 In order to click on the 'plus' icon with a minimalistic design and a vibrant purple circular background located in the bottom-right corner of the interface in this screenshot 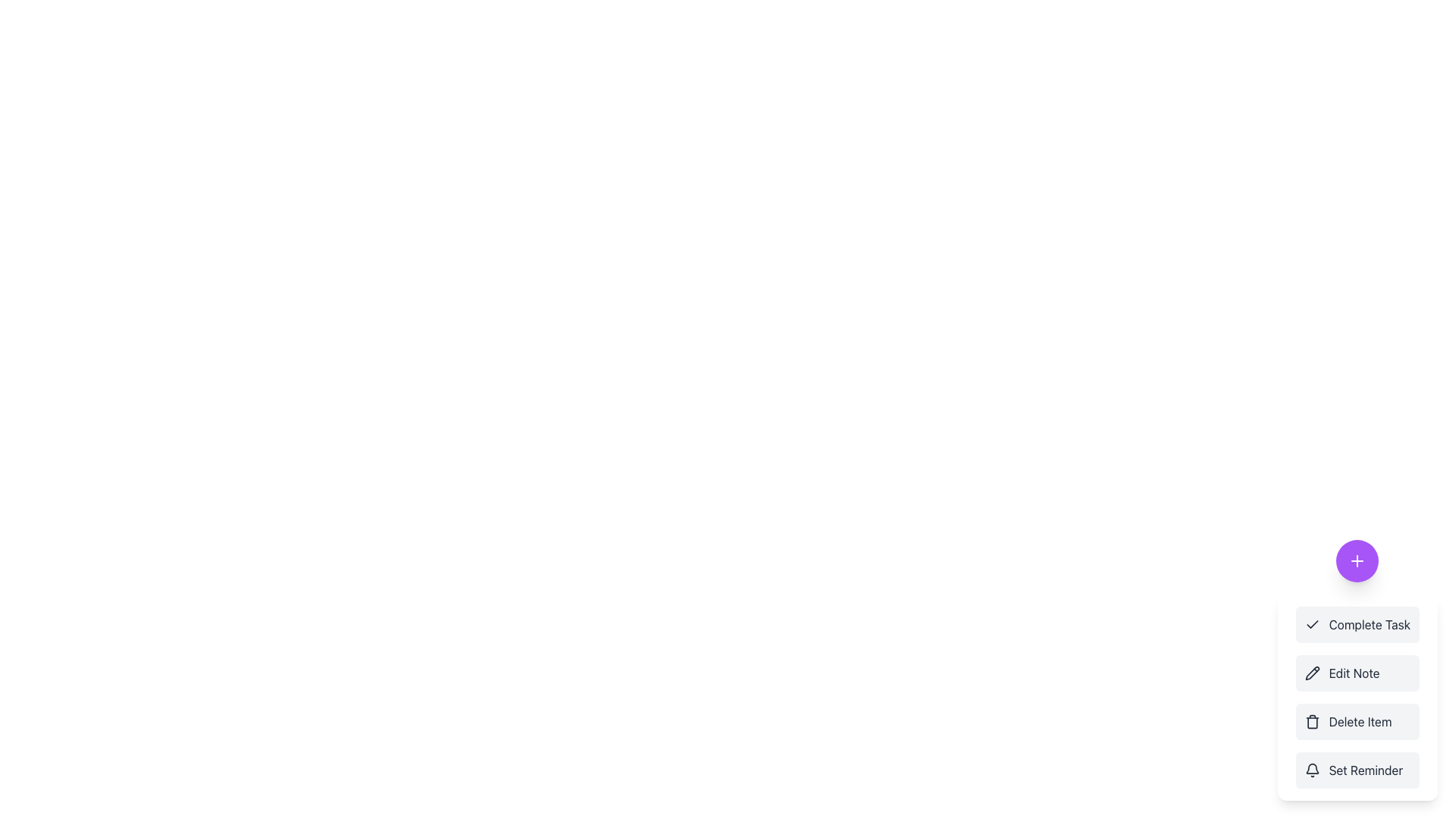, I will do `click(1357, 561)`.